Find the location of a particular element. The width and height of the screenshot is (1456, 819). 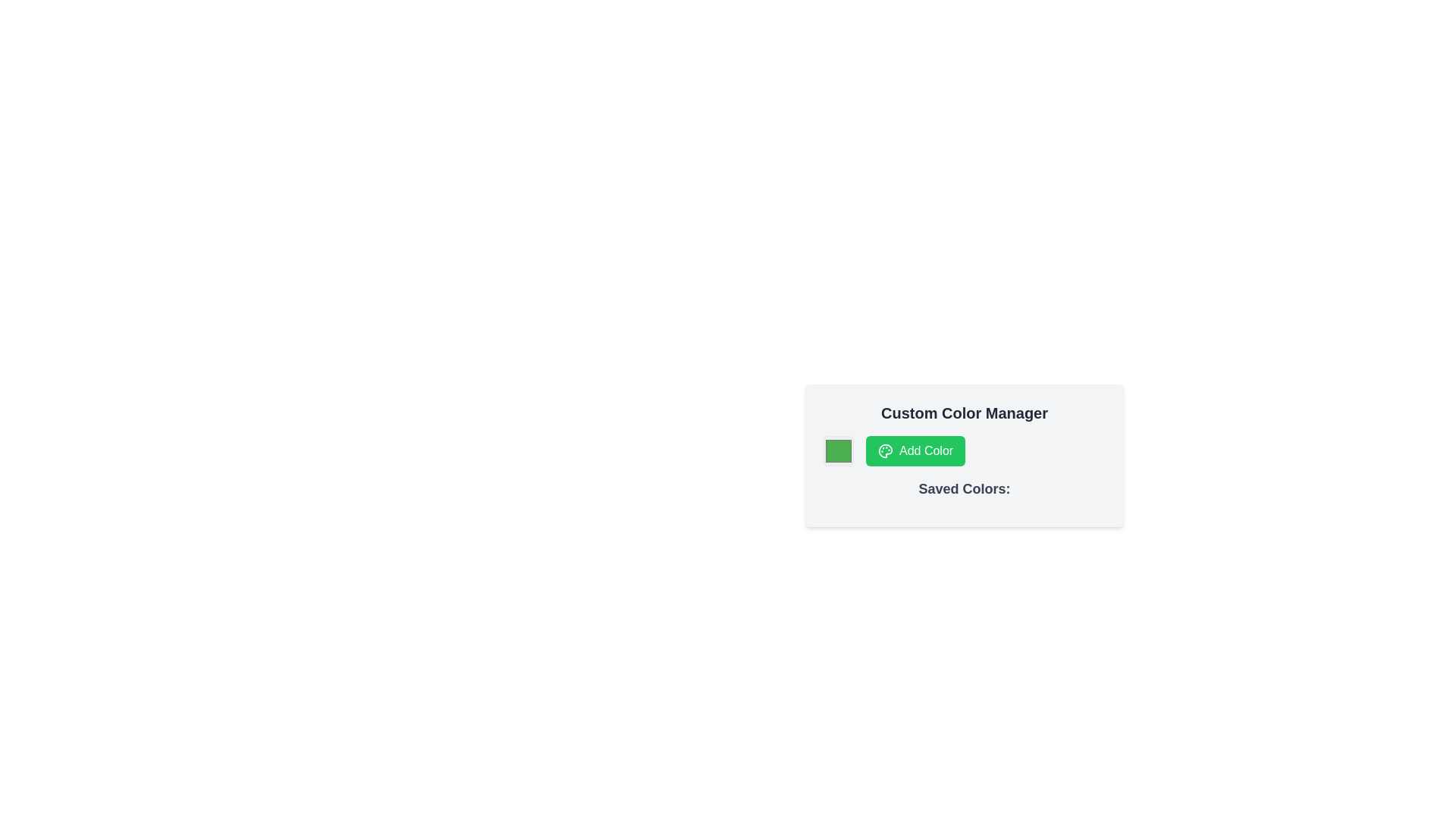

the text label that serves as a section header for saved colors, located below the 'Add Color' button and to the right of a green square color block in the 'Custom Color Manager' box is located at coordinates (964, 488).